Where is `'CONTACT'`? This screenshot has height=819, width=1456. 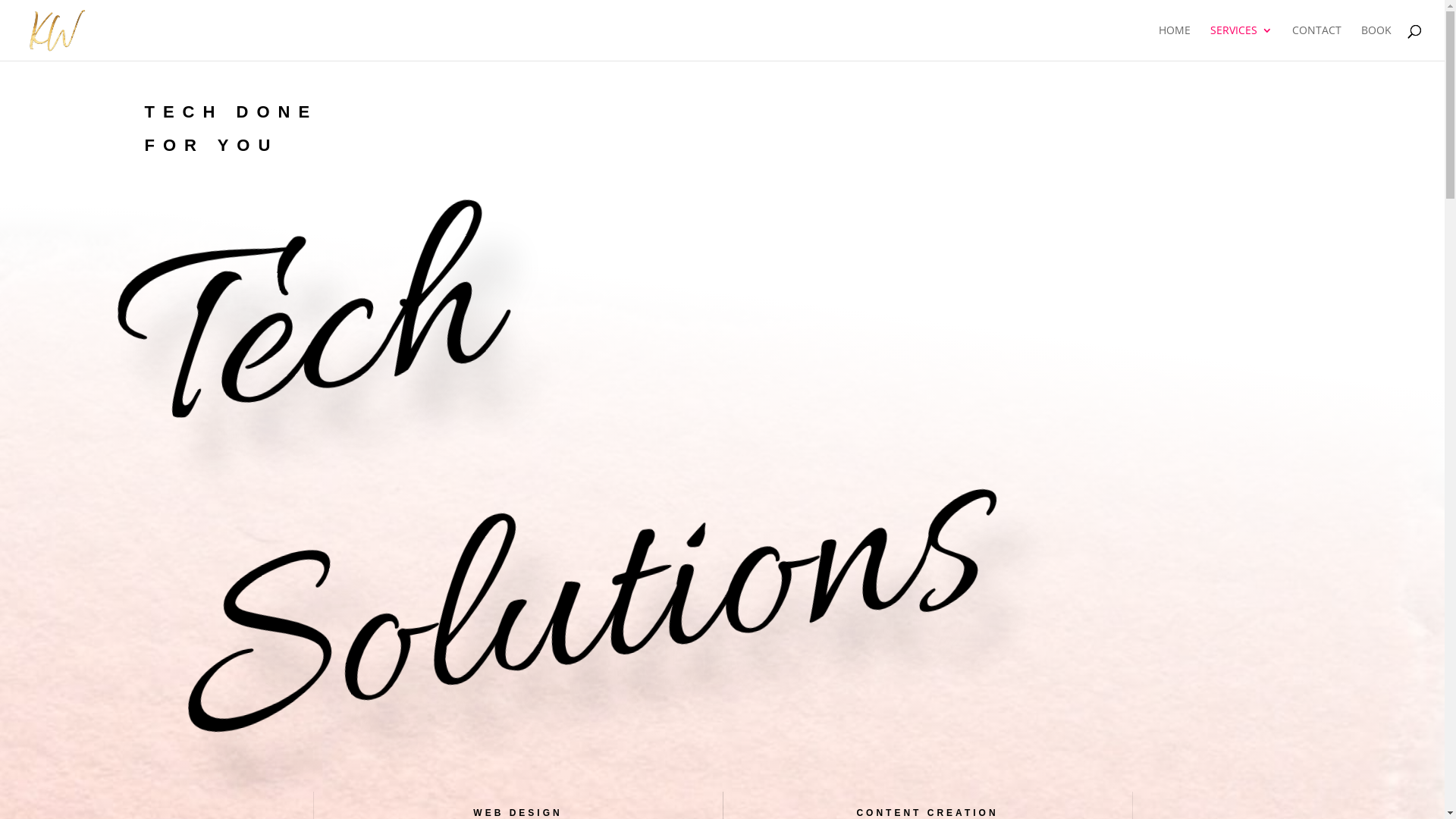 'CONTACT' is located at coordinates (1291, 42).